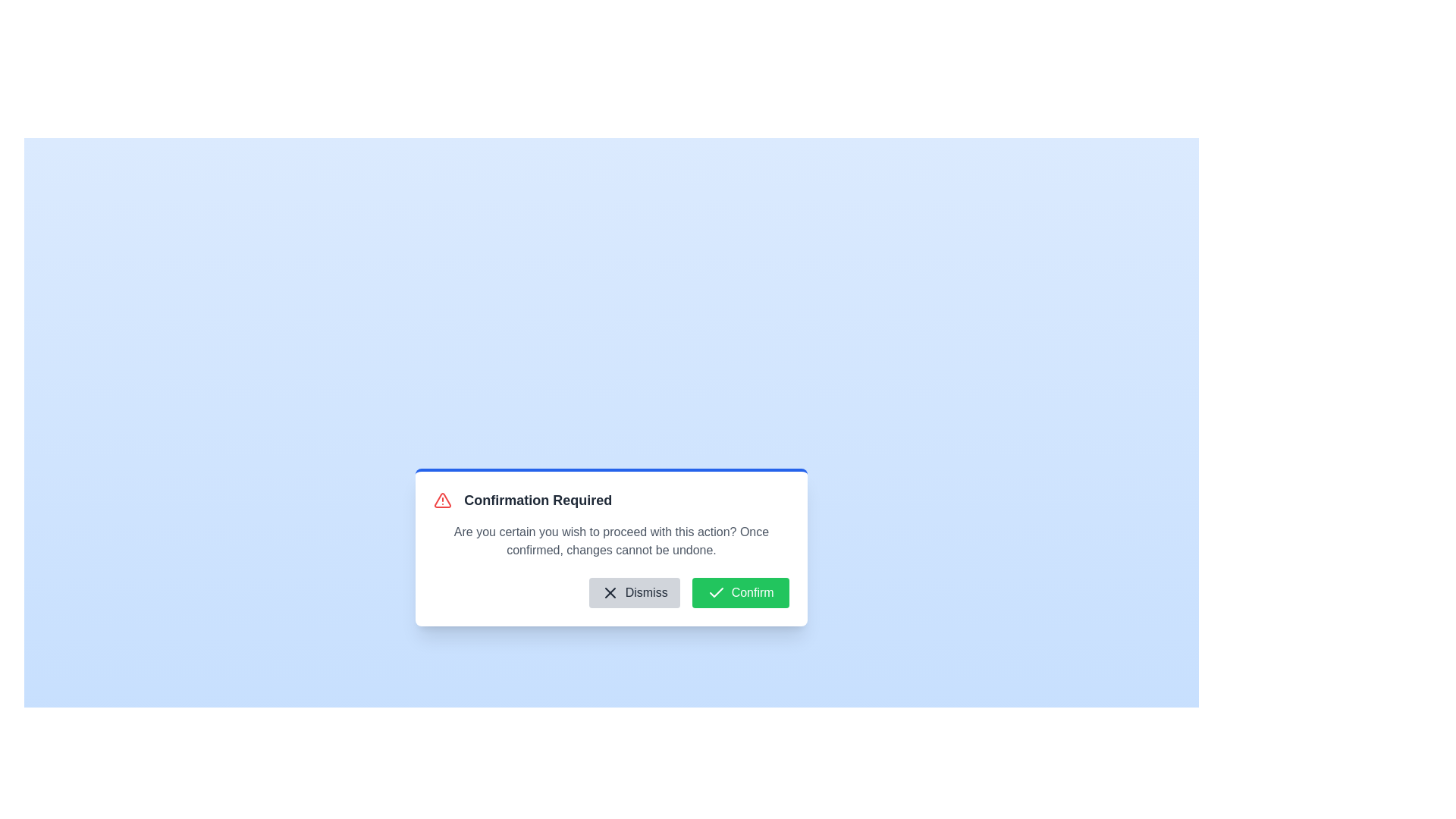  I want to click on the 'X' icon within the SVG element that visually indicates the action of dismissal, located on the left side of the 'Dismiss' button at the bottom left of the modal dialog box, so click(610, 592).